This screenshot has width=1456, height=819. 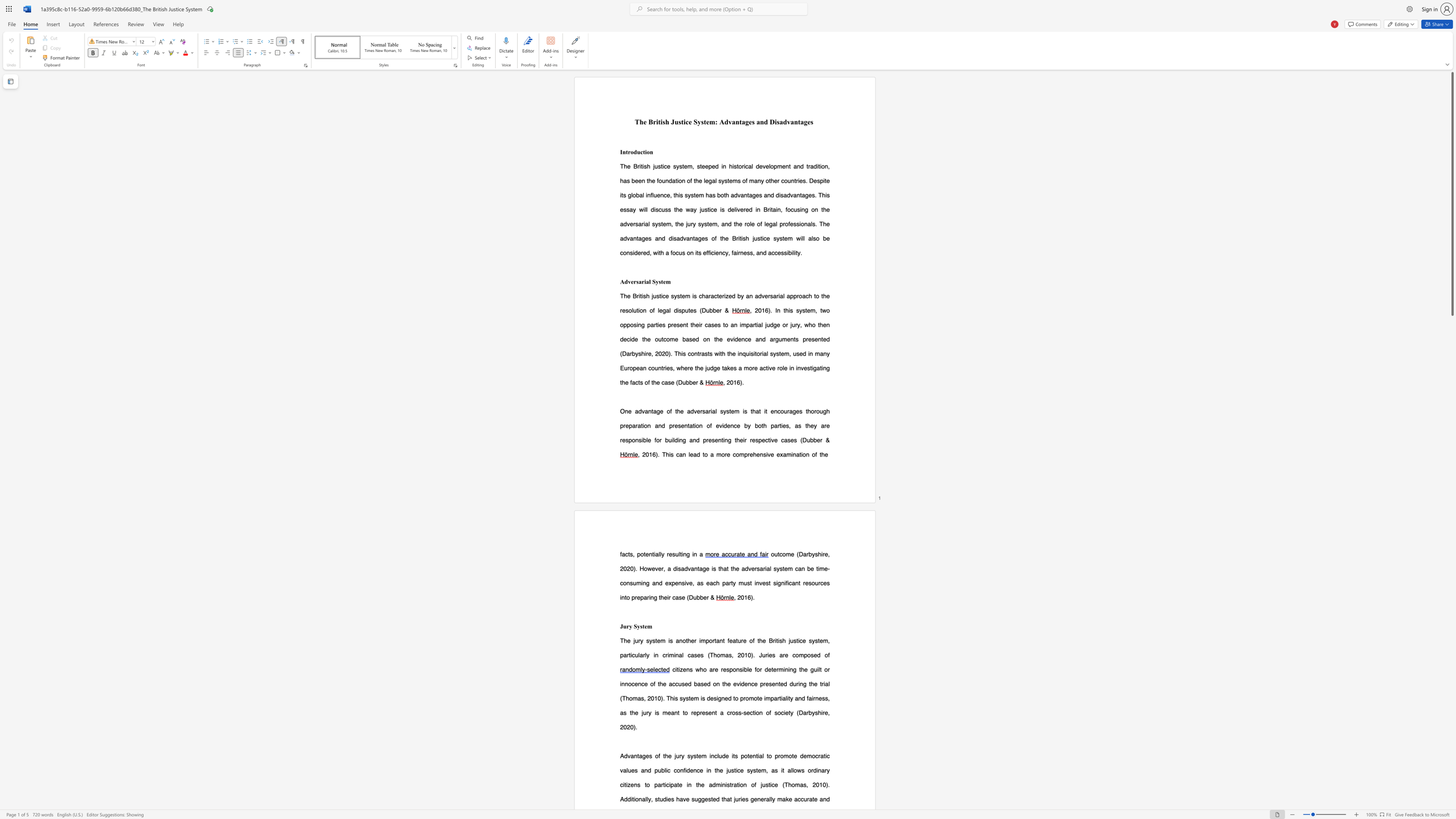 I want to click on the 1th character "b" in the text, so click(x=644, y=439).